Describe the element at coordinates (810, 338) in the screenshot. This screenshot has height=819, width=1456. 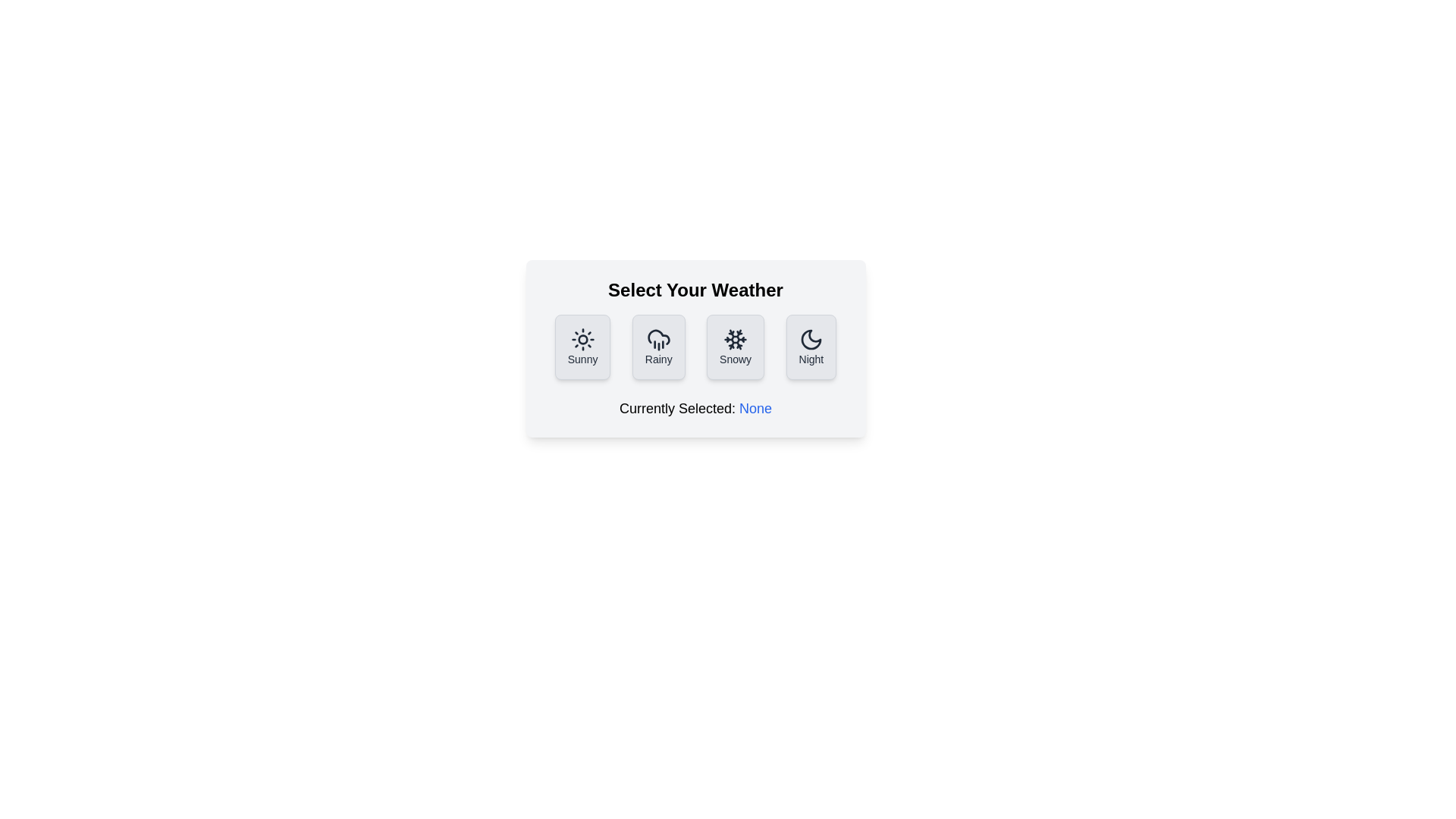
I see `the crescent moon icon within the 'Night' button` at that location.